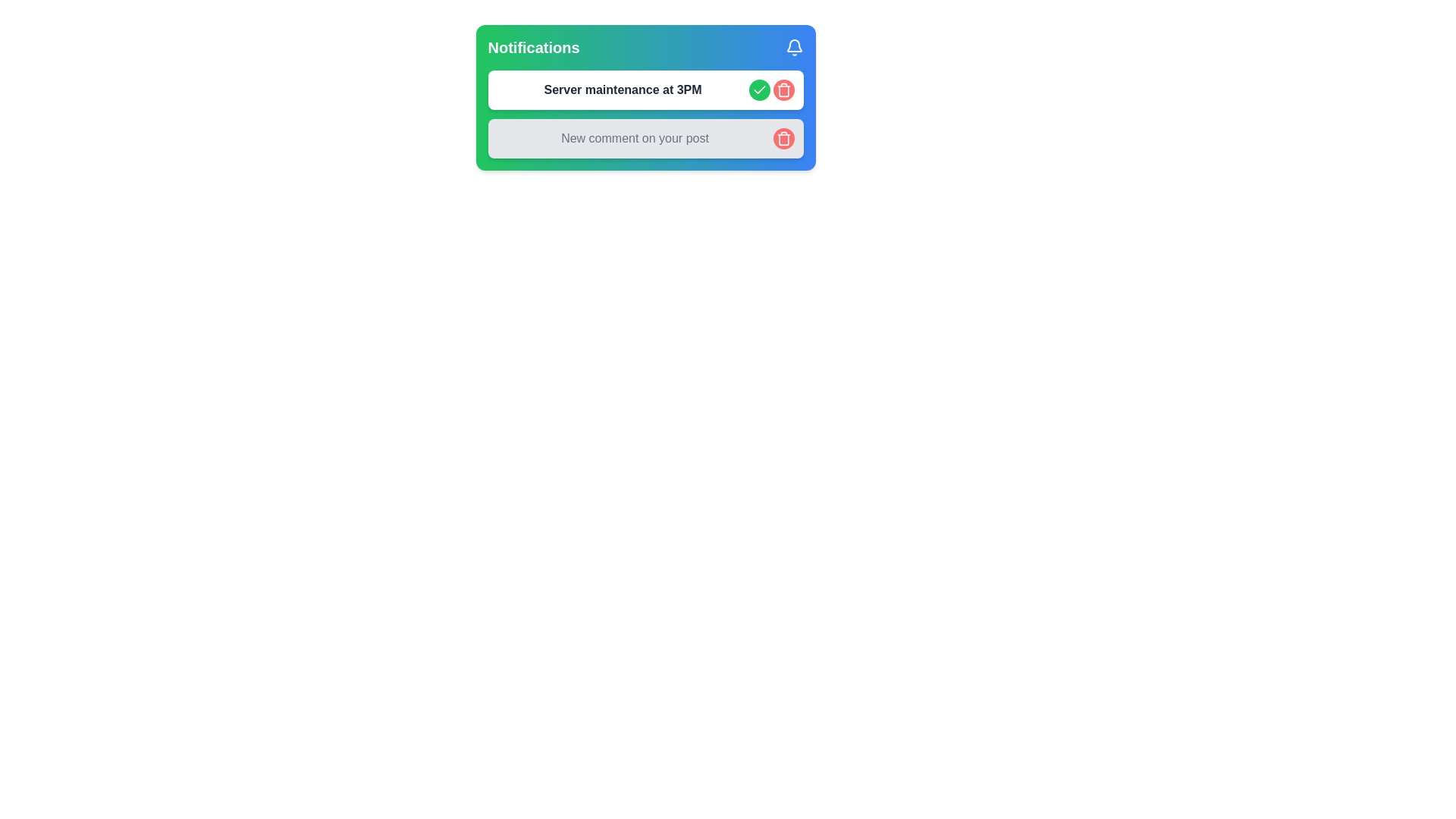 The image size is (1456, 819). What do you see at coordinates (783, 138) in the screenshot?
I see `the red trash can icon button located in the second notification item` at bounding box center [783, 138].